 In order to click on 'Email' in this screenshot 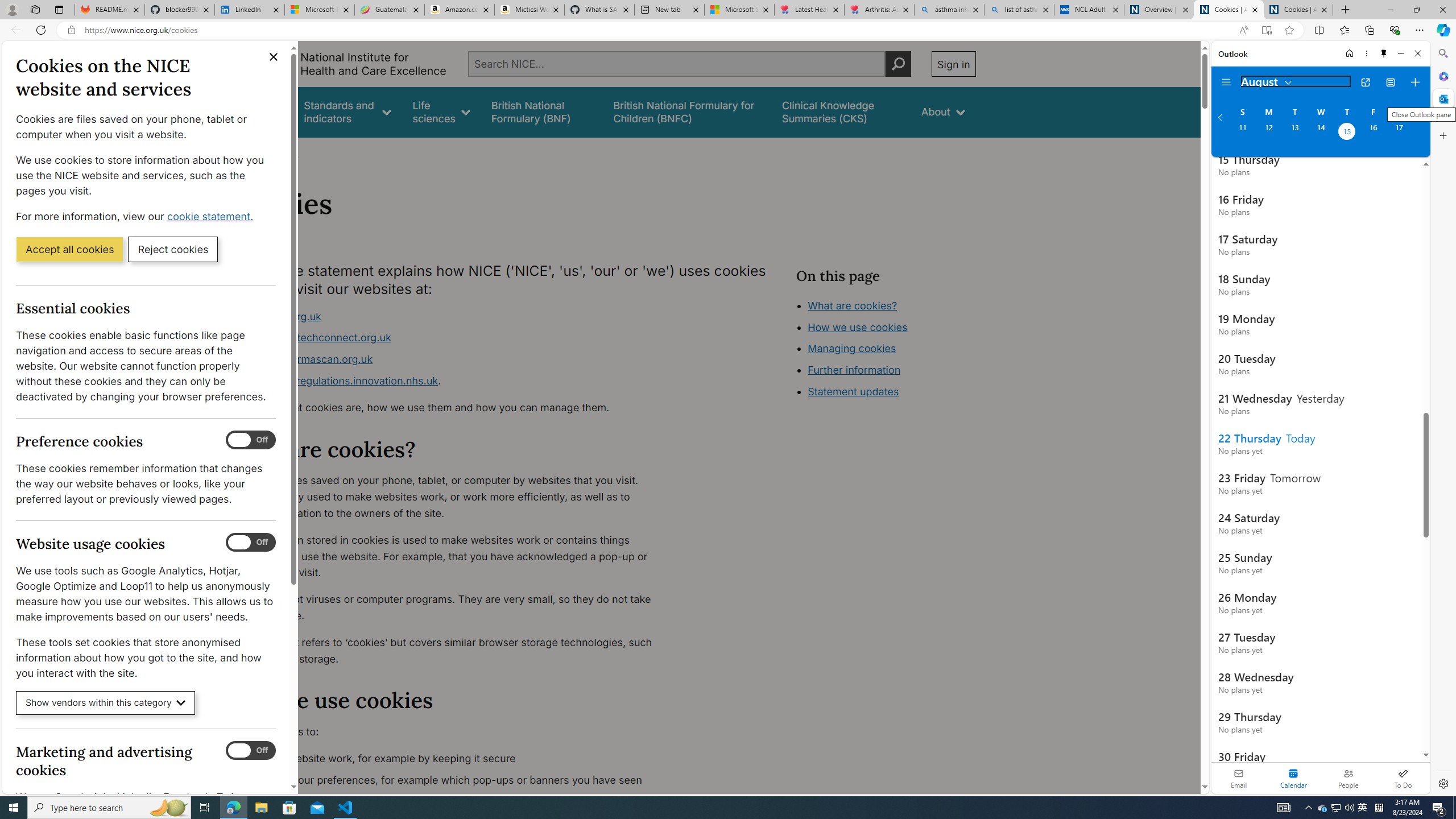, I will do `click(1238, 777)`.